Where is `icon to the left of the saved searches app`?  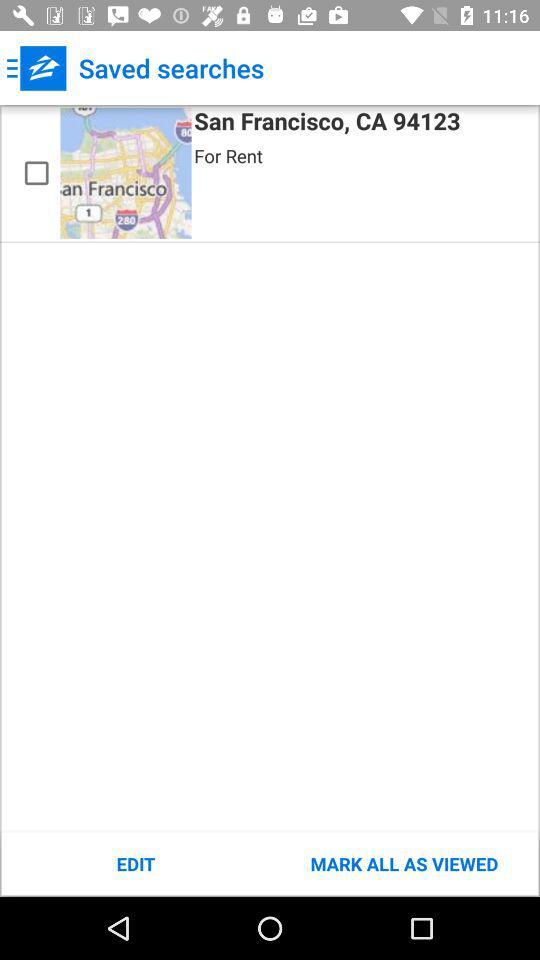 icon to the left of the saved searches app is located at coordinates (36, 68).